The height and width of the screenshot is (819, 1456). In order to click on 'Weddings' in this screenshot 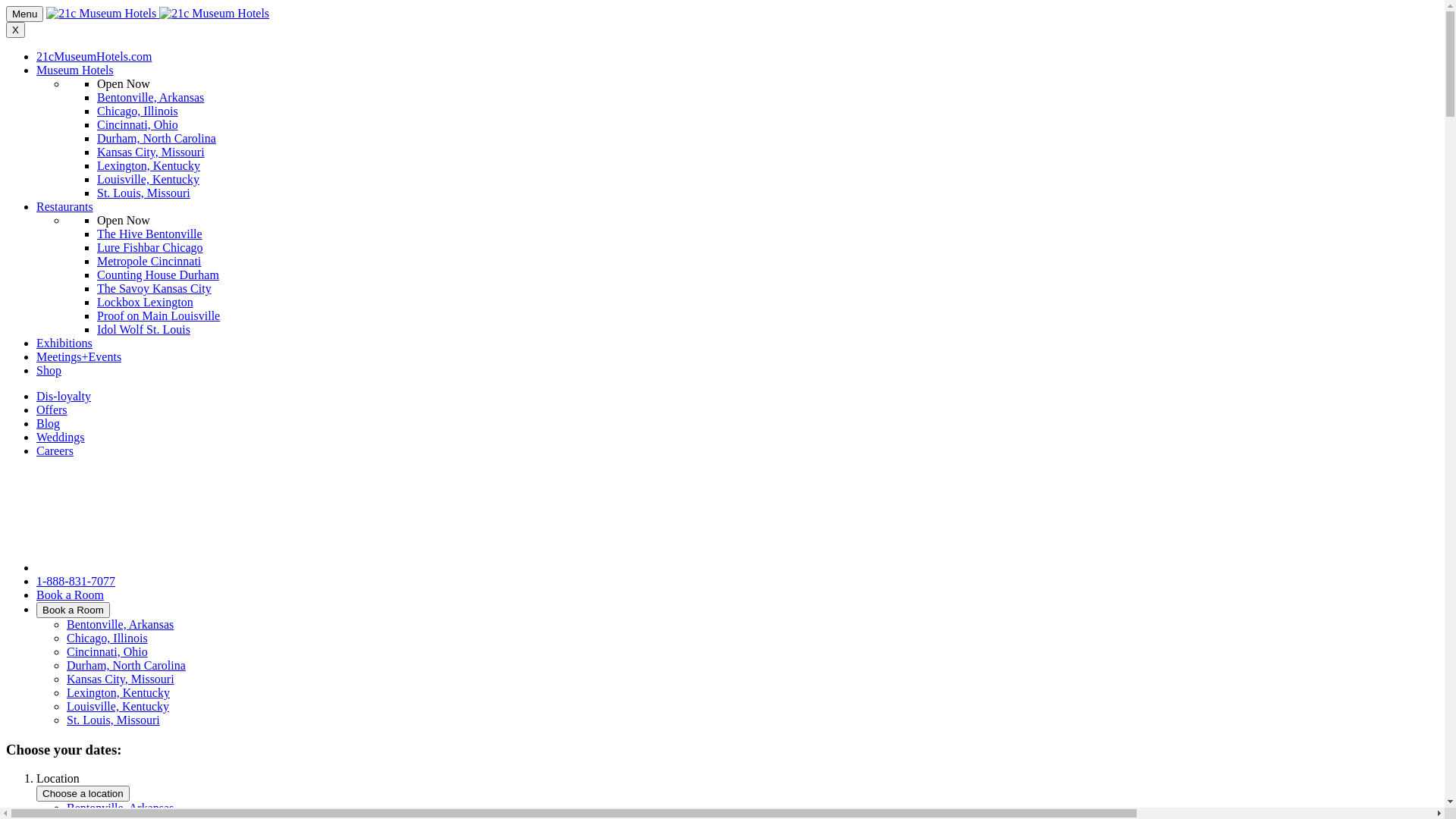, I will do `click(61, 437)`.